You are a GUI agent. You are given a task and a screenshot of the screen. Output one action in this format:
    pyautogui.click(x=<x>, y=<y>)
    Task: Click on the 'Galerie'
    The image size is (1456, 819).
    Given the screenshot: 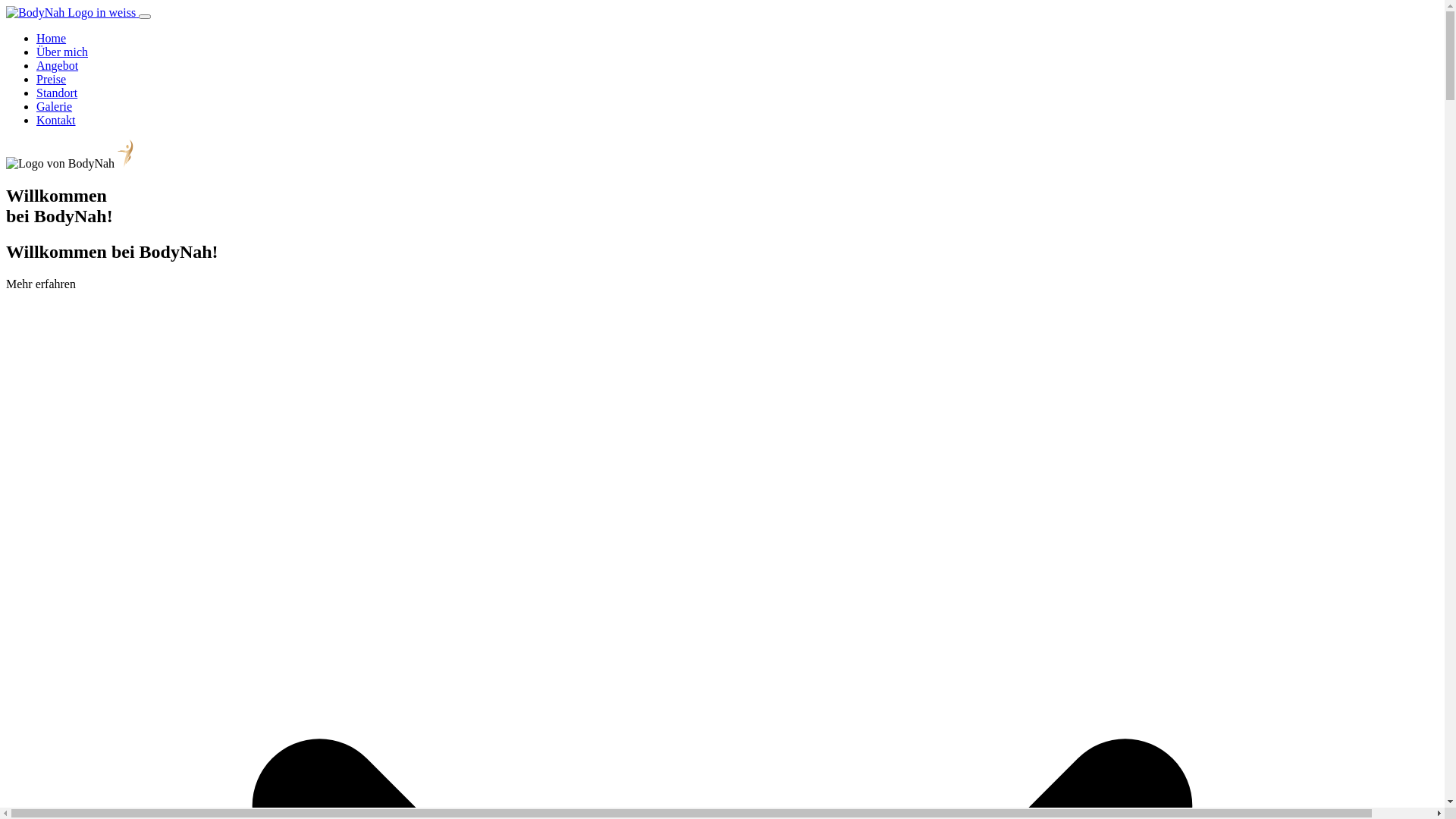 What is the action you would take?
    pyautogui.click(x=54, y=105)
    